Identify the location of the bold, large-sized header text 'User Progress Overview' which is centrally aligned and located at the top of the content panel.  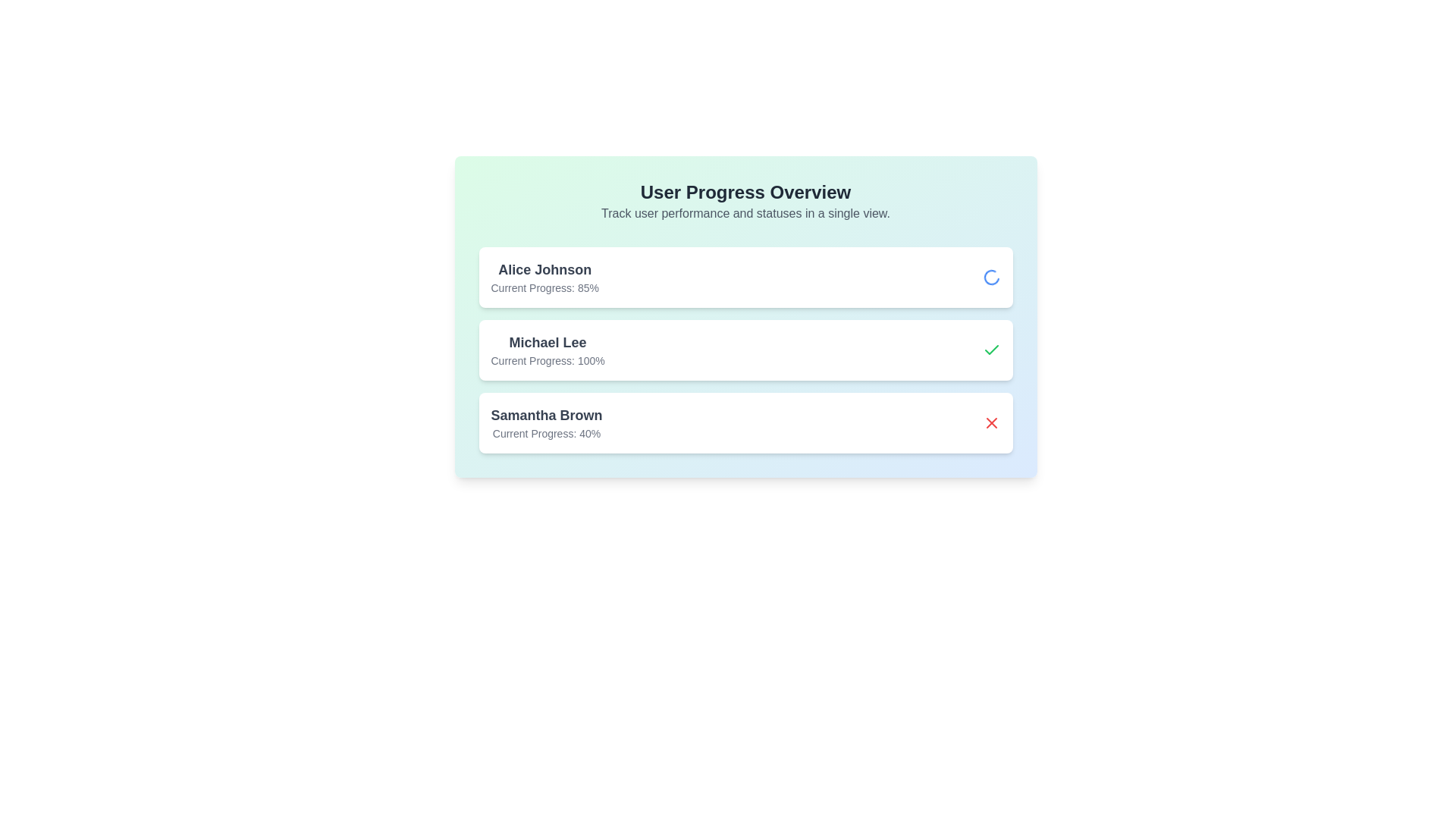
(745, 192).